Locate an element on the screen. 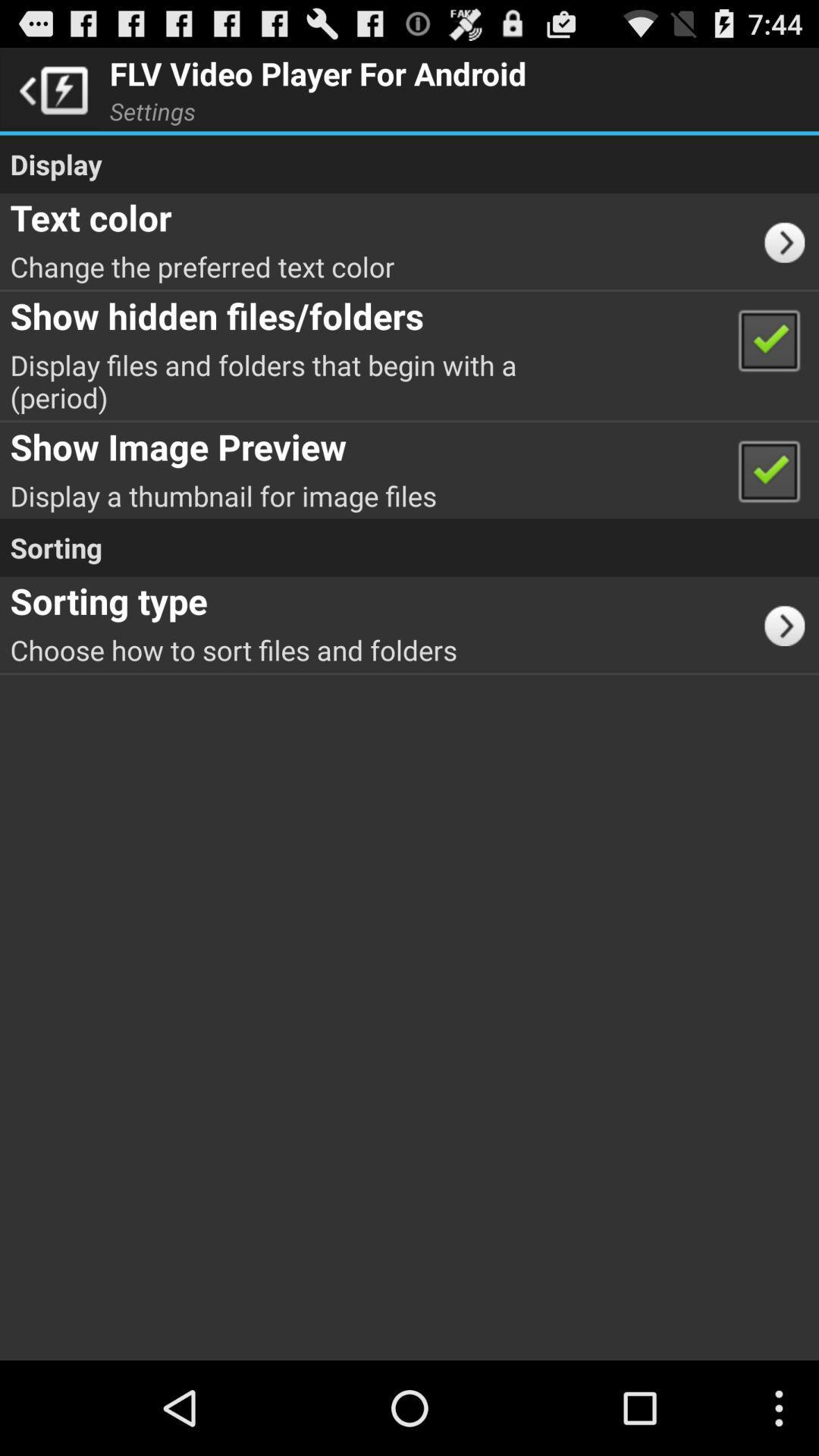 This screenshot has height=1456, width=819. item below the sorting is located at coordinates (789, 624).